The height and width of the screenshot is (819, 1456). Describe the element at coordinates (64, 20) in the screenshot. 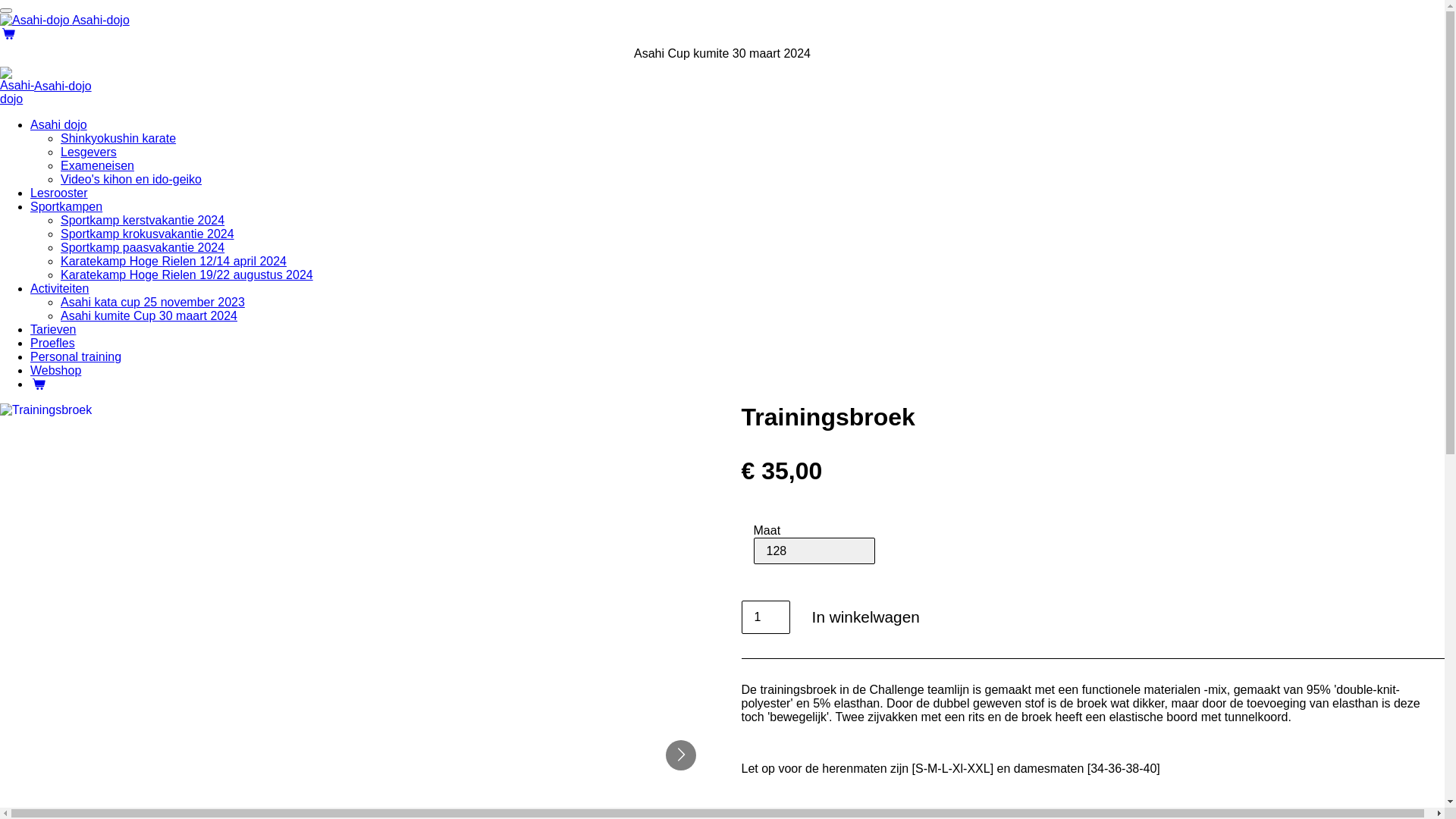

I see `'Asahi-dojo'` at that location.